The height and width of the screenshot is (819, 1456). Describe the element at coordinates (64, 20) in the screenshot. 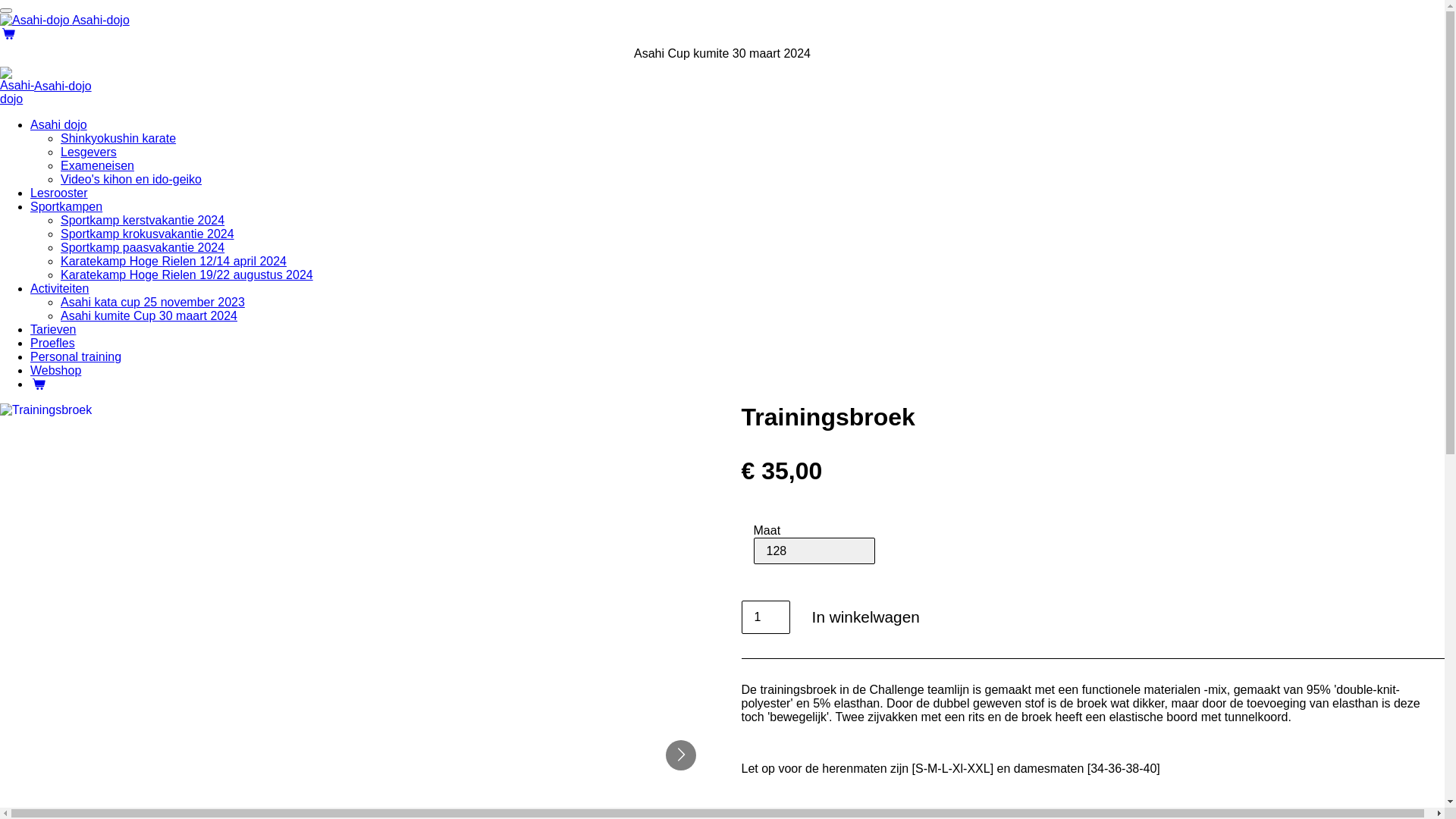

I see `'Asahi-dojo'` at that location.